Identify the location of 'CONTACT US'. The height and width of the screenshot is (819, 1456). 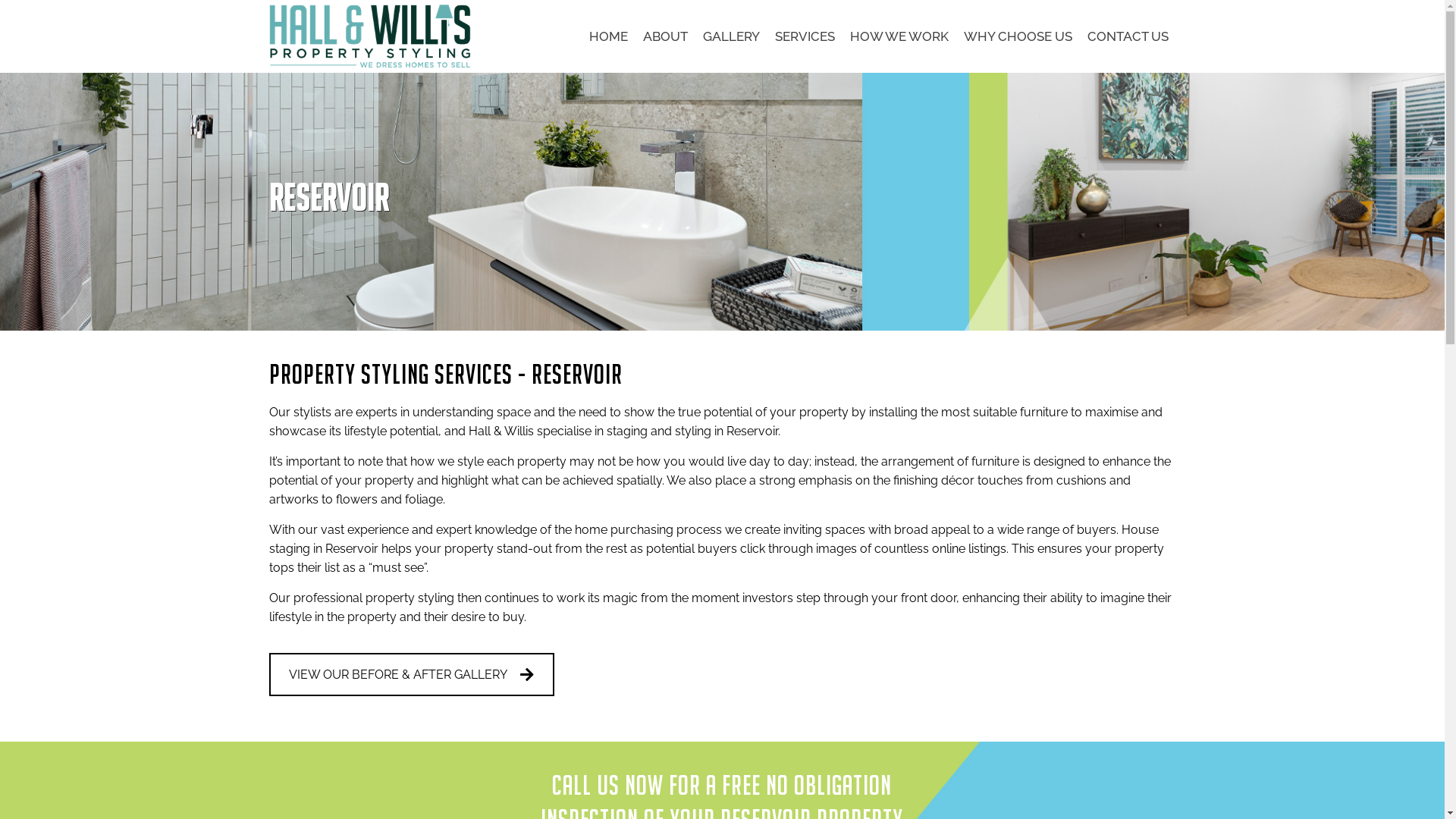
(1128, 35).